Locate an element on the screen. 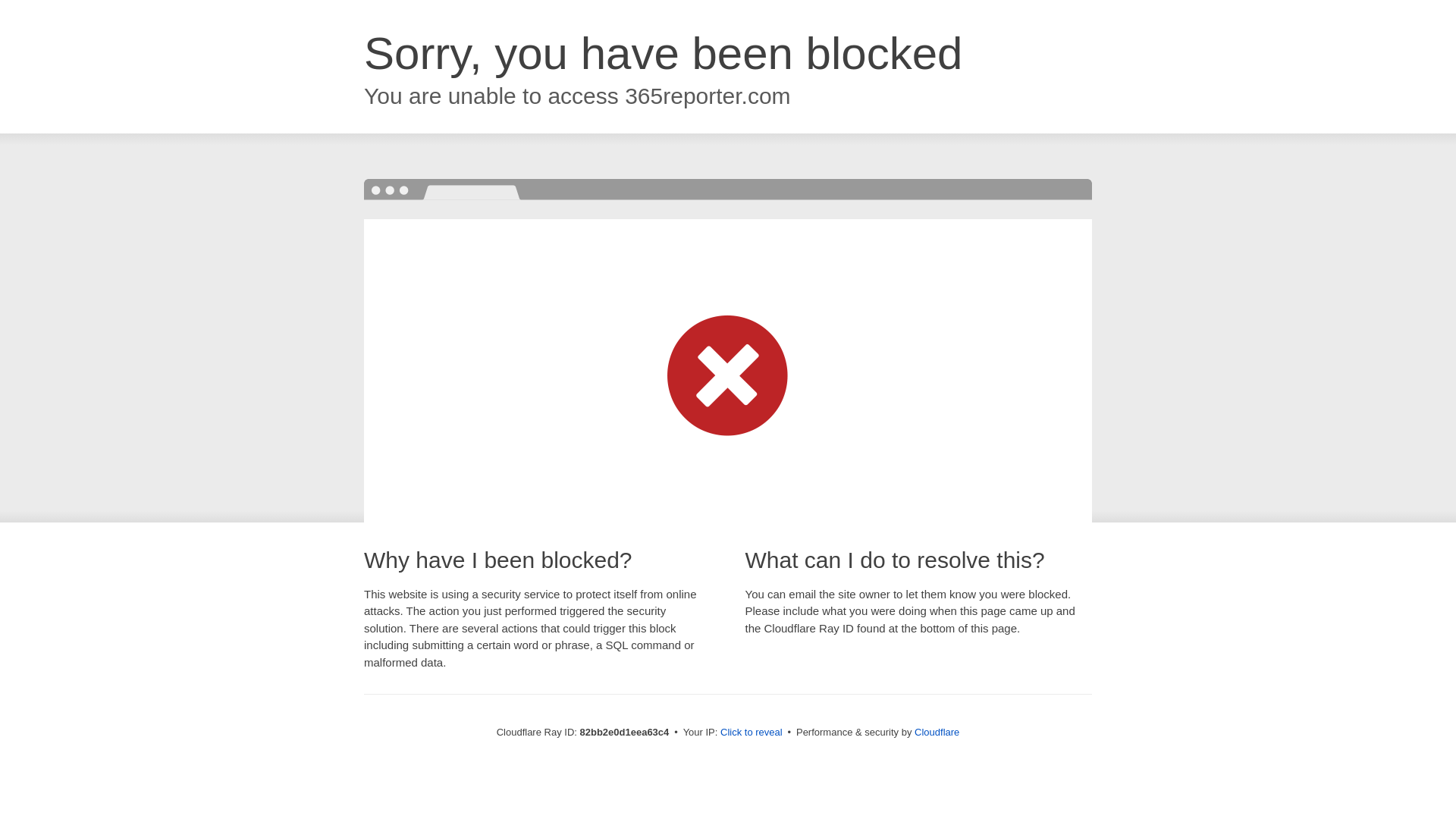 The width and height of the screenshot is (1456, 819). 'Cloudflare' is located at coordinates (936, 731).